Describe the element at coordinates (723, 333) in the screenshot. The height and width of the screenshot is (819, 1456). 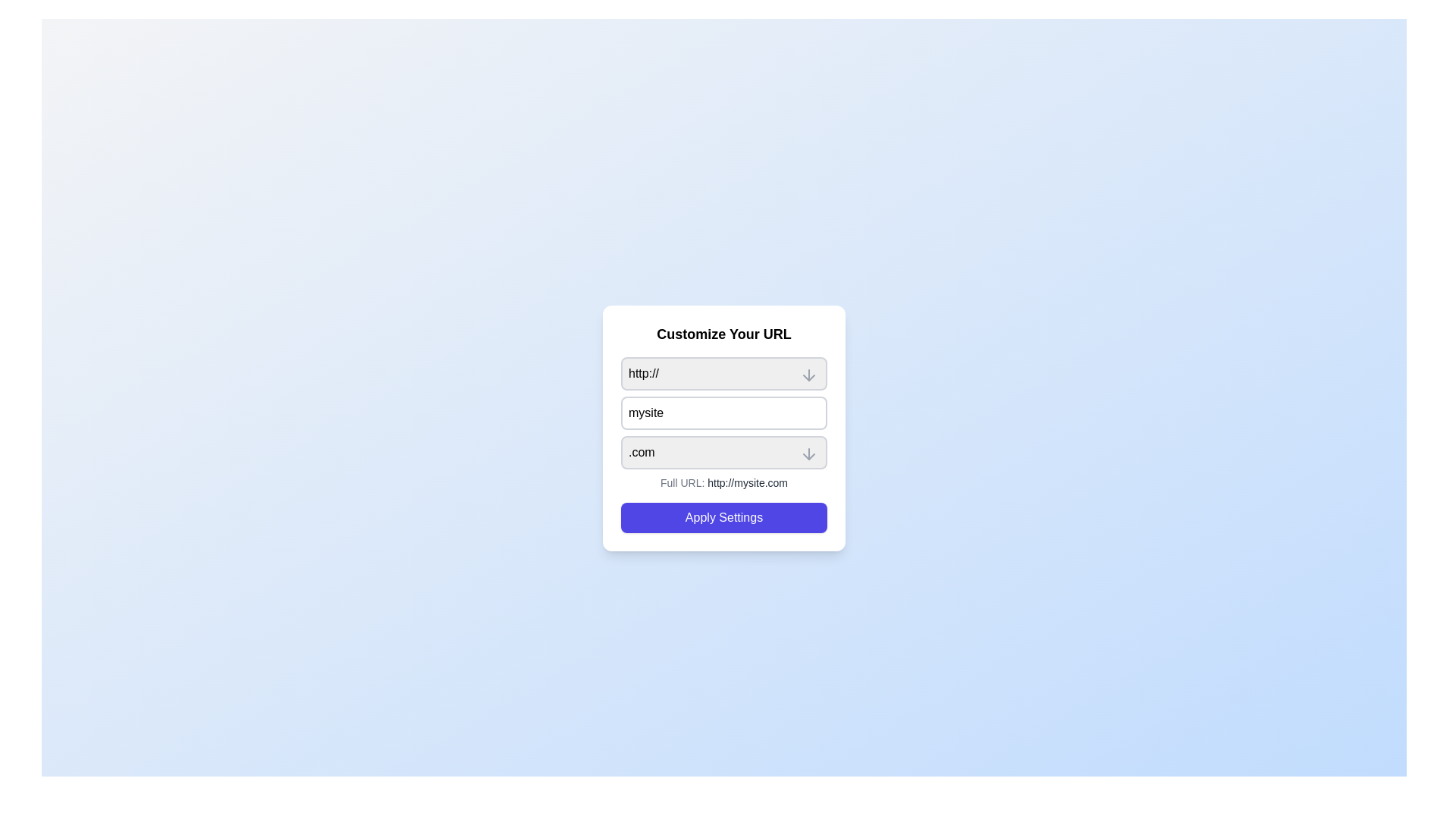
I see `the text header that states 'Customize Your URL', located at the top of the main content card above the URL customization controls` at that location.